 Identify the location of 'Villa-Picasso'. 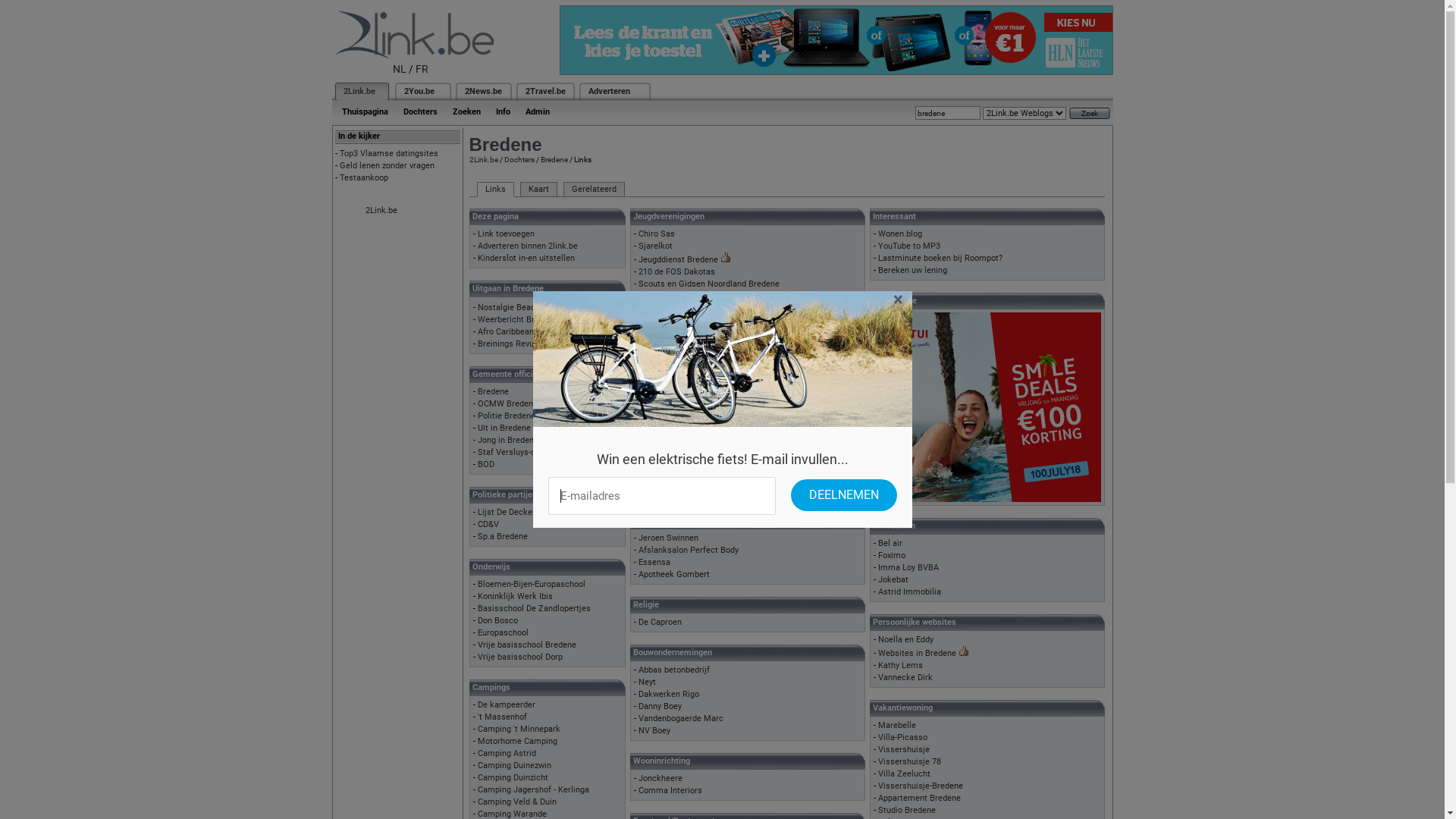
(902, 736).